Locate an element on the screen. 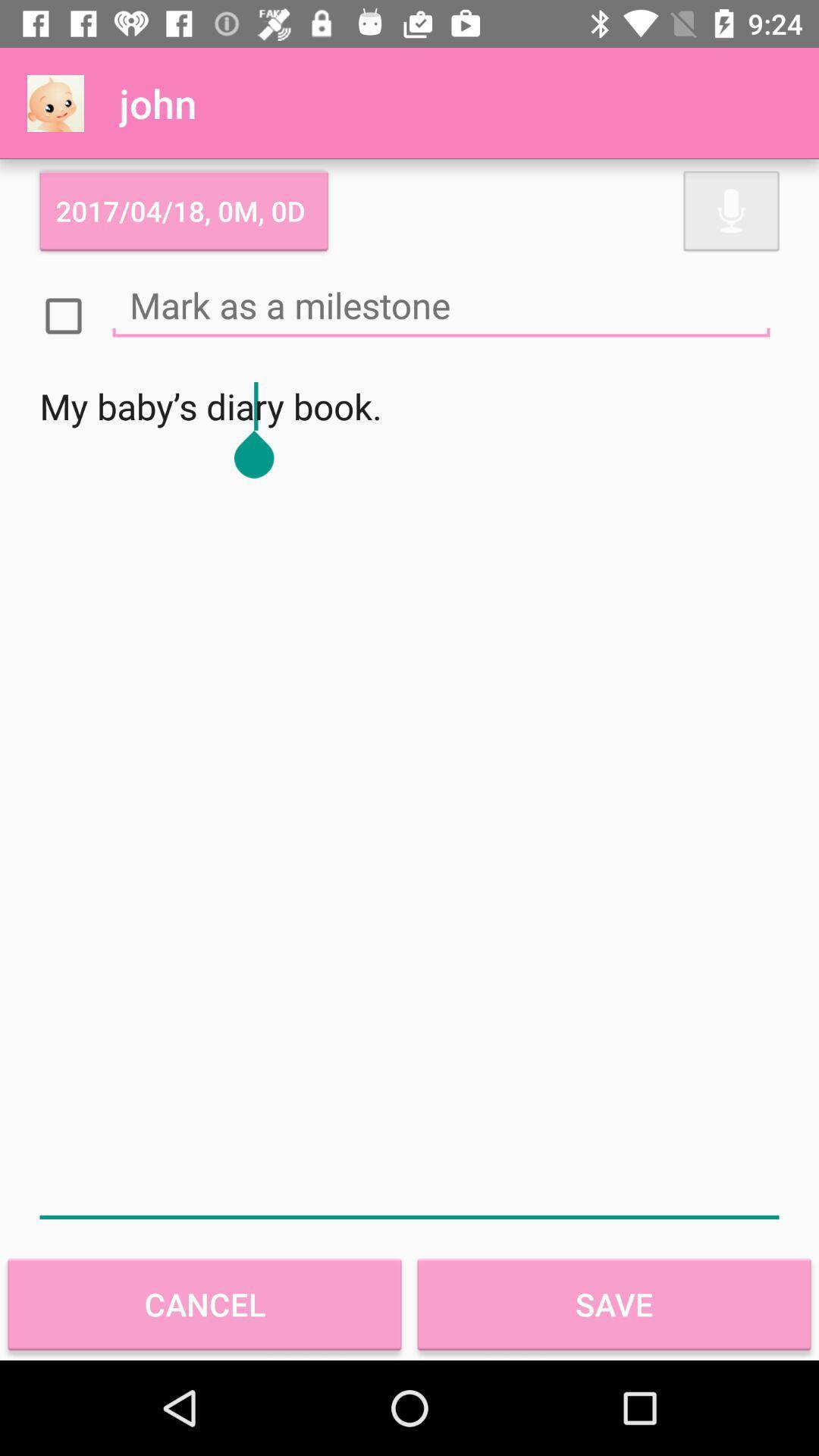 The image size is (819, 1456). icon above my baby s item is located at coordinates (441, 304).